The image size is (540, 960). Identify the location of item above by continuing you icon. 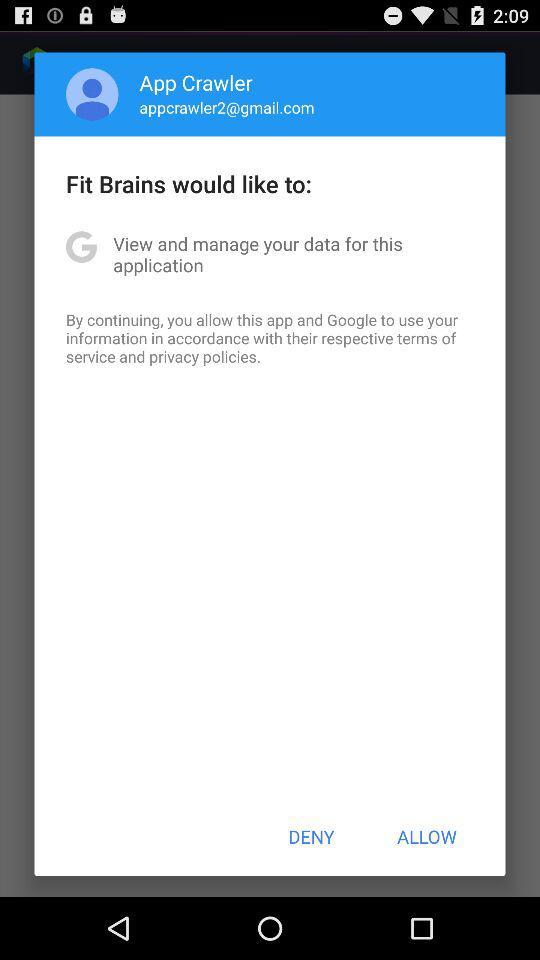
(270, 253).